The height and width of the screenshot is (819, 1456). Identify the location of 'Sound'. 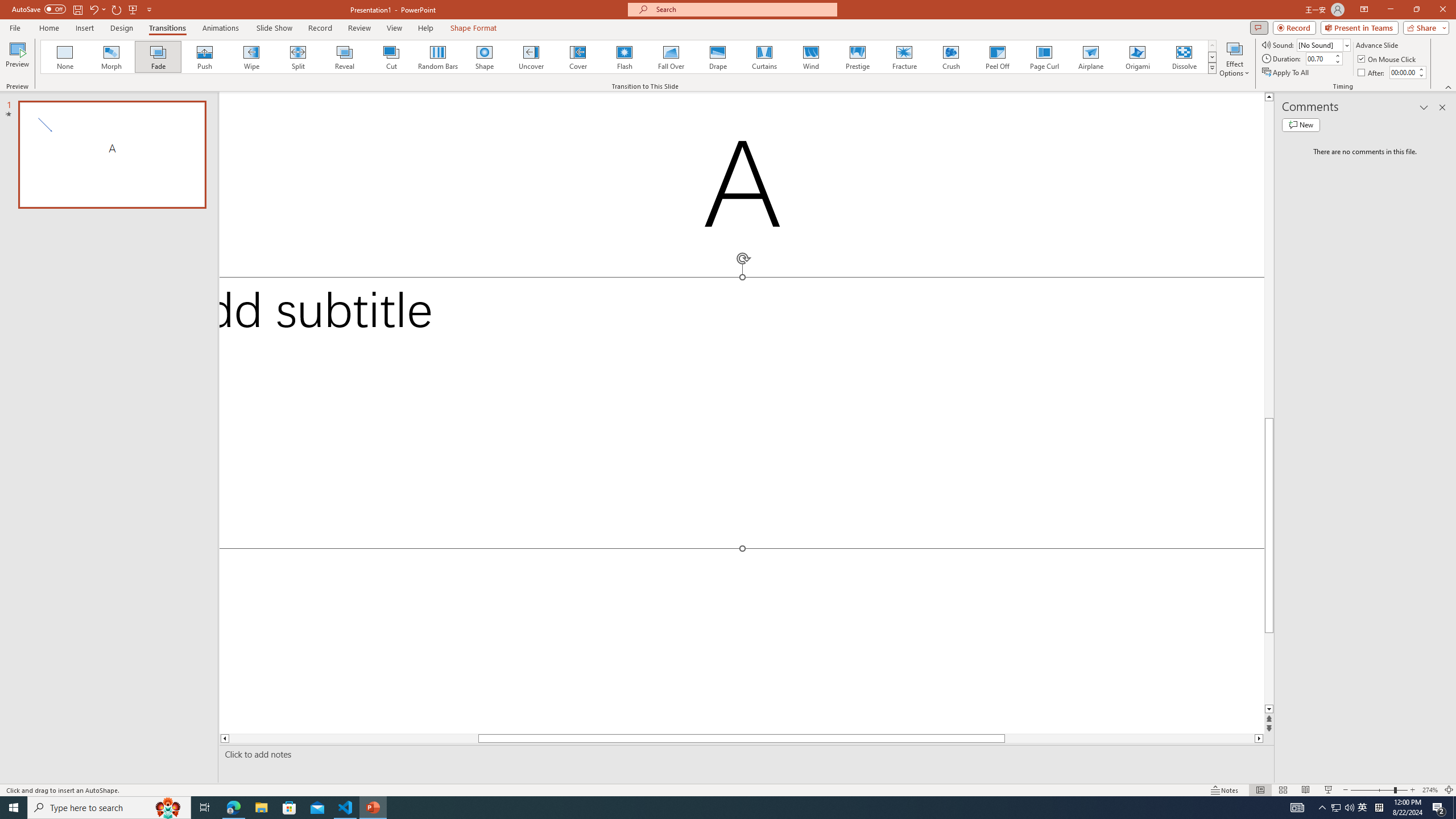
(1323, 44).